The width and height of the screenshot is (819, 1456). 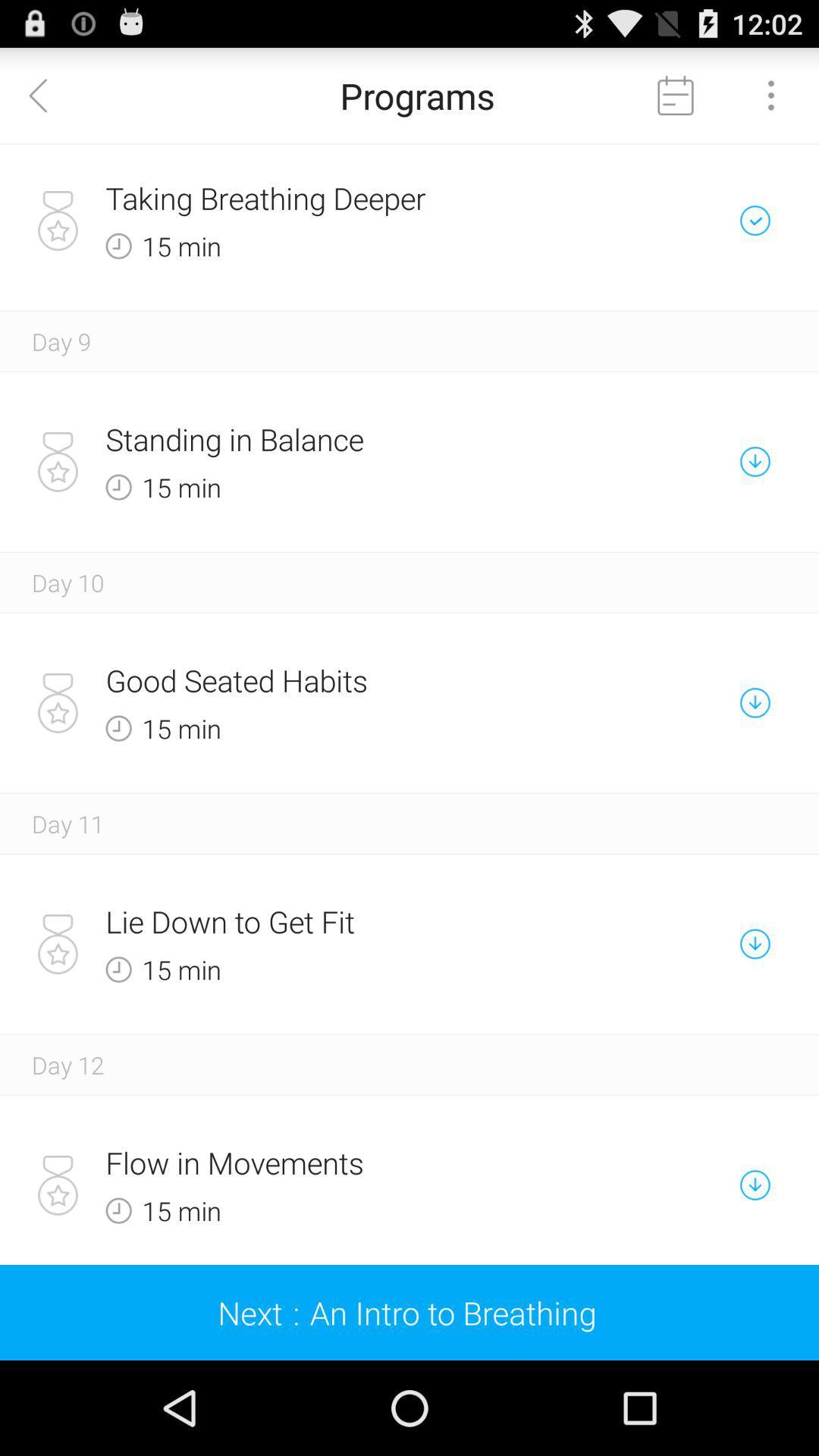 What do you see at coordinates (356, 438) in the screenshot?
I see `standing in balance` at bounding box center [356, 438].